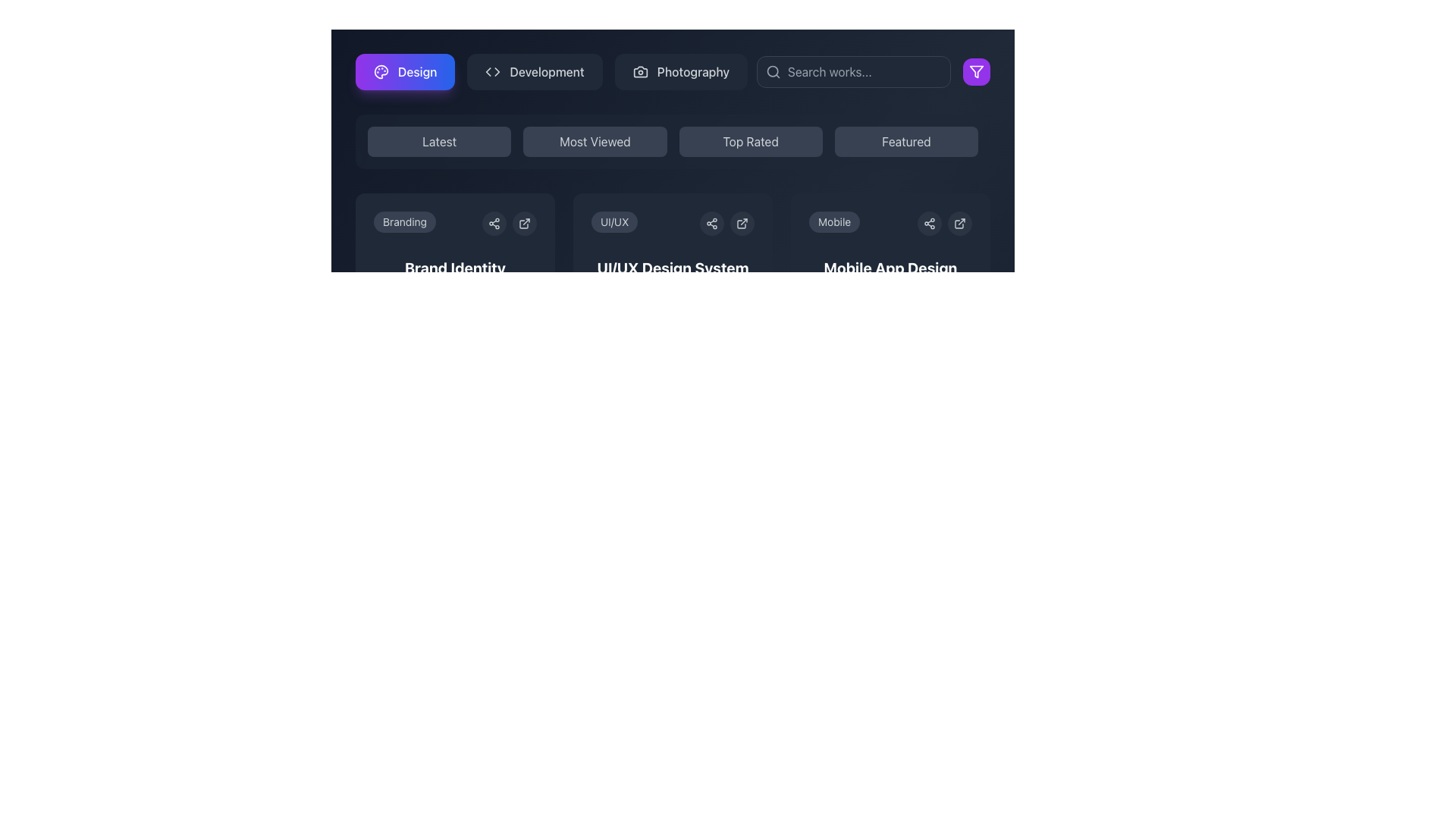  What do you see at coordinates (890, 300) in the screenshot?
I see `the Informational Statistic Display located below the title 'Mobile App Design'` at bounding box center [890, 300].